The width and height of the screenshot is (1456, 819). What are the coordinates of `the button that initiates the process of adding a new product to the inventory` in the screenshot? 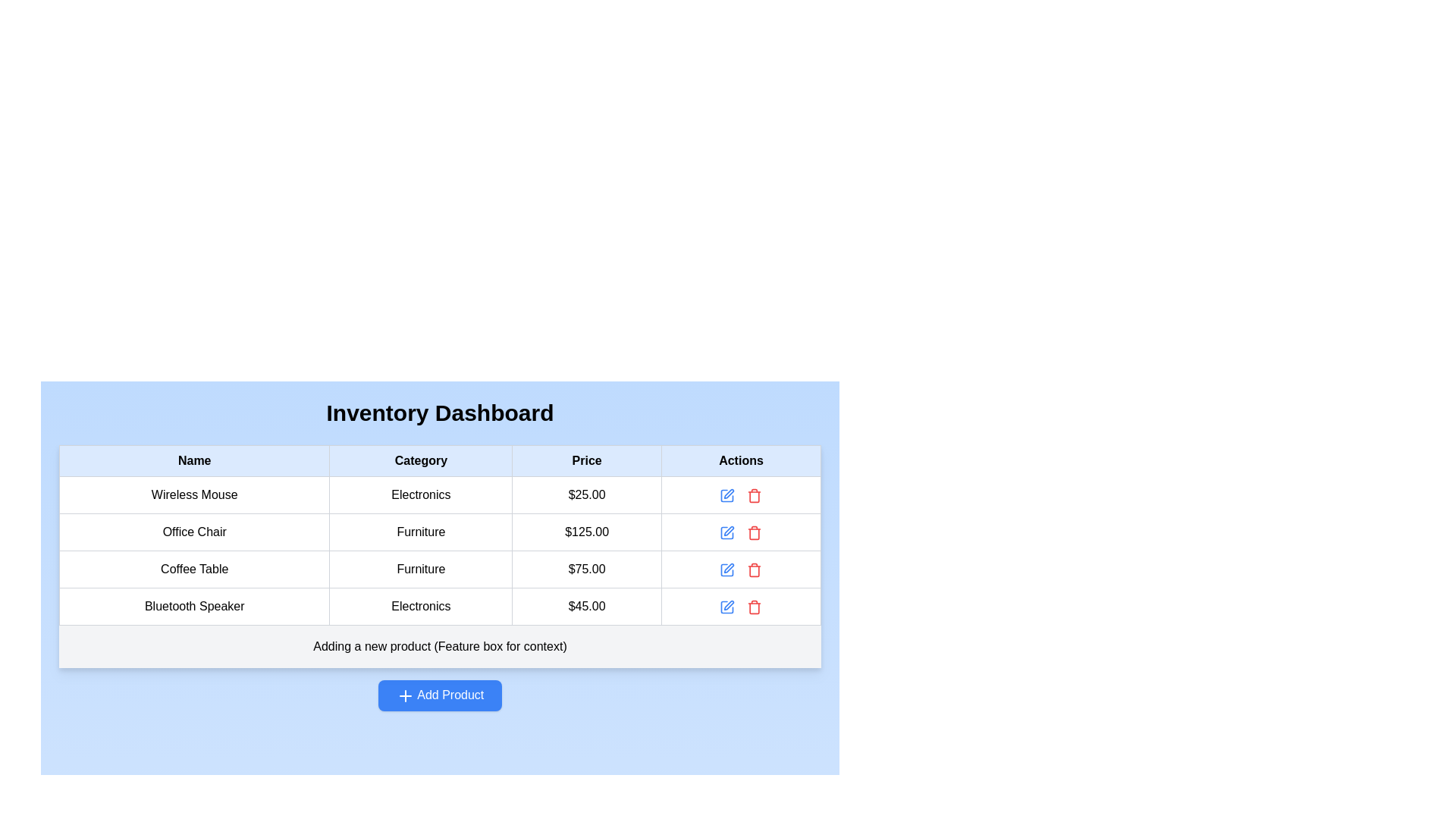 It's located at (439, 695).